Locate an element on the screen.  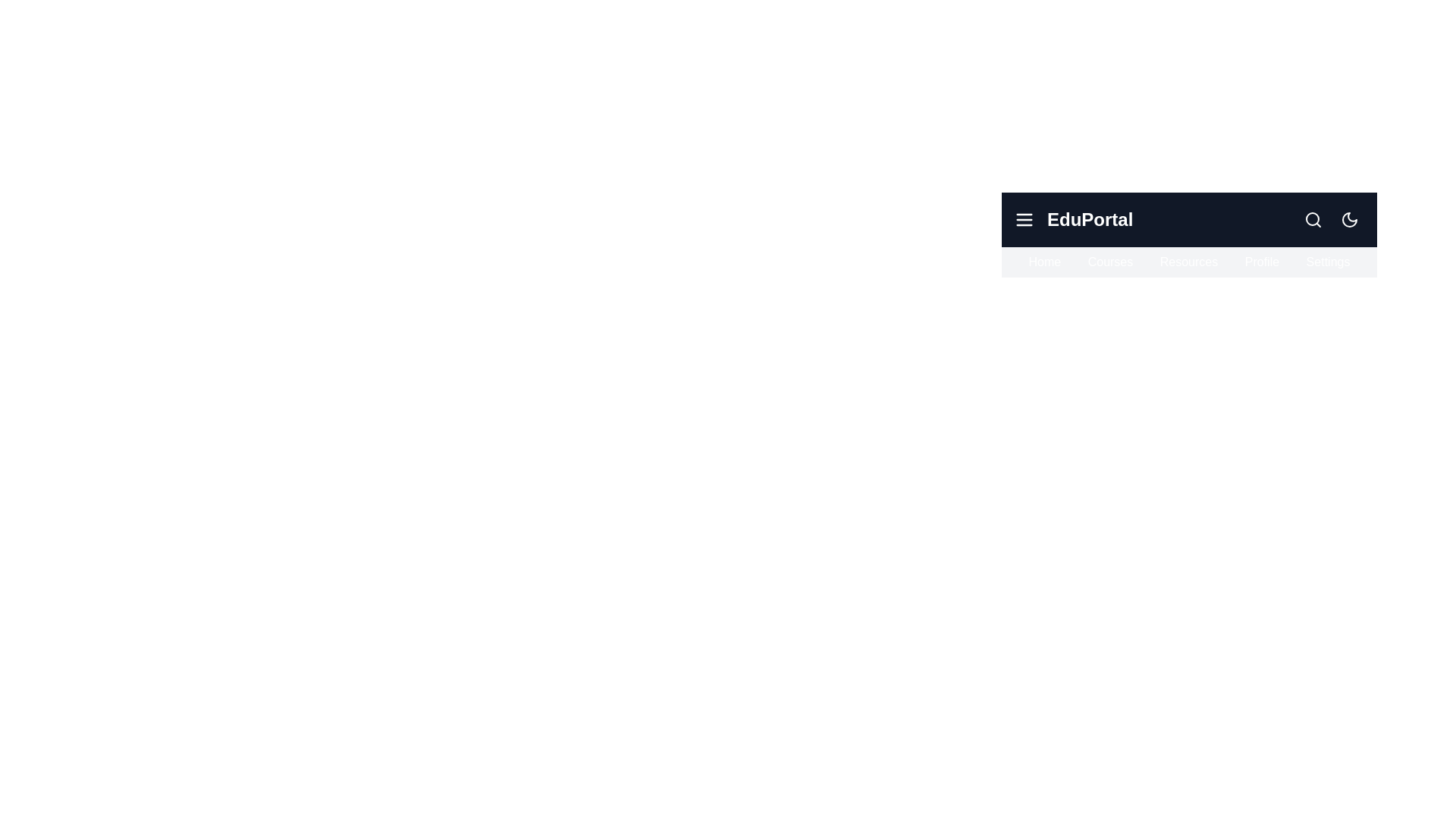
the navigation item Resources from the navigation bar is located at coordinates (1188, 262).